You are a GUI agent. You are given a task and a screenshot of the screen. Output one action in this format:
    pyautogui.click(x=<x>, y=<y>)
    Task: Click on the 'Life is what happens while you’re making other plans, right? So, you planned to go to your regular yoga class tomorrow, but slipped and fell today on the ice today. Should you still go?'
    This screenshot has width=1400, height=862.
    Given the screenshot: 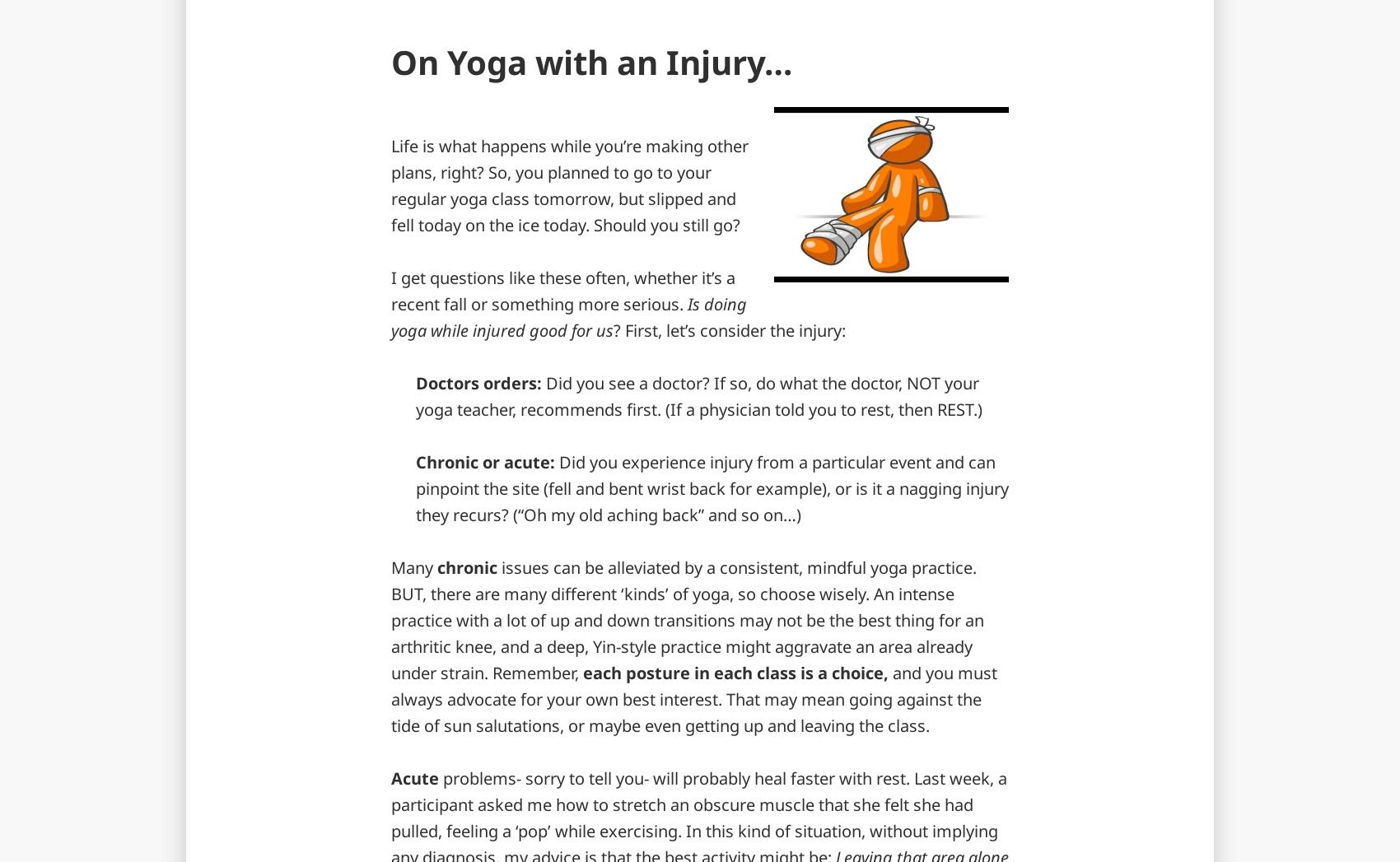 What is the action you would take?
    pyautogui.click(x=570, y=184)
    